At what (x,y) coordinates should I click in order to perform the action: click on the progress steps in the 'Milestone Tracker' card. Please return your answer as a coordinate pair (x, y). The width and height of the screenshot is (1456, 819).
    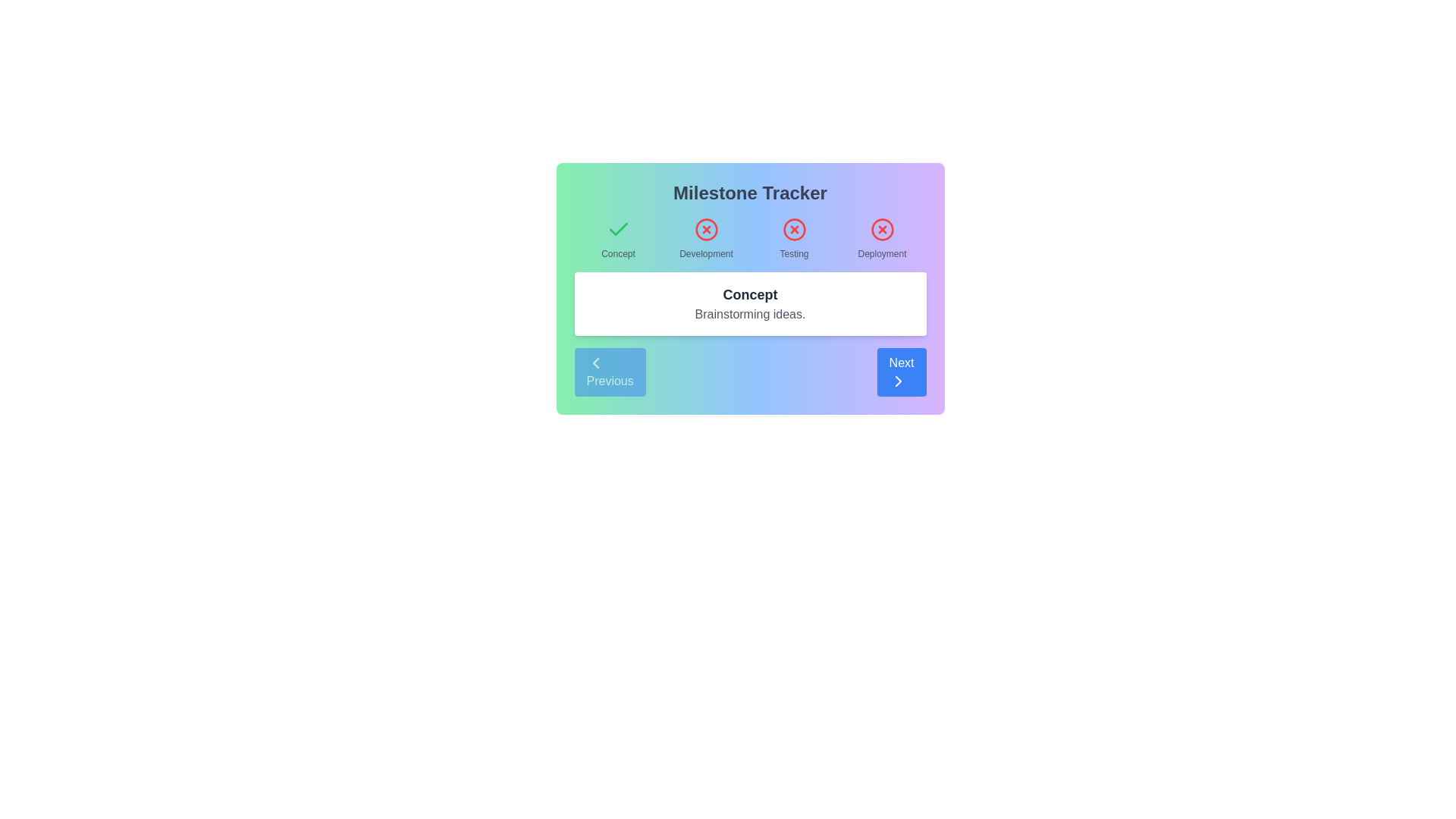
    Looking at the image, I should click on (750, 289).